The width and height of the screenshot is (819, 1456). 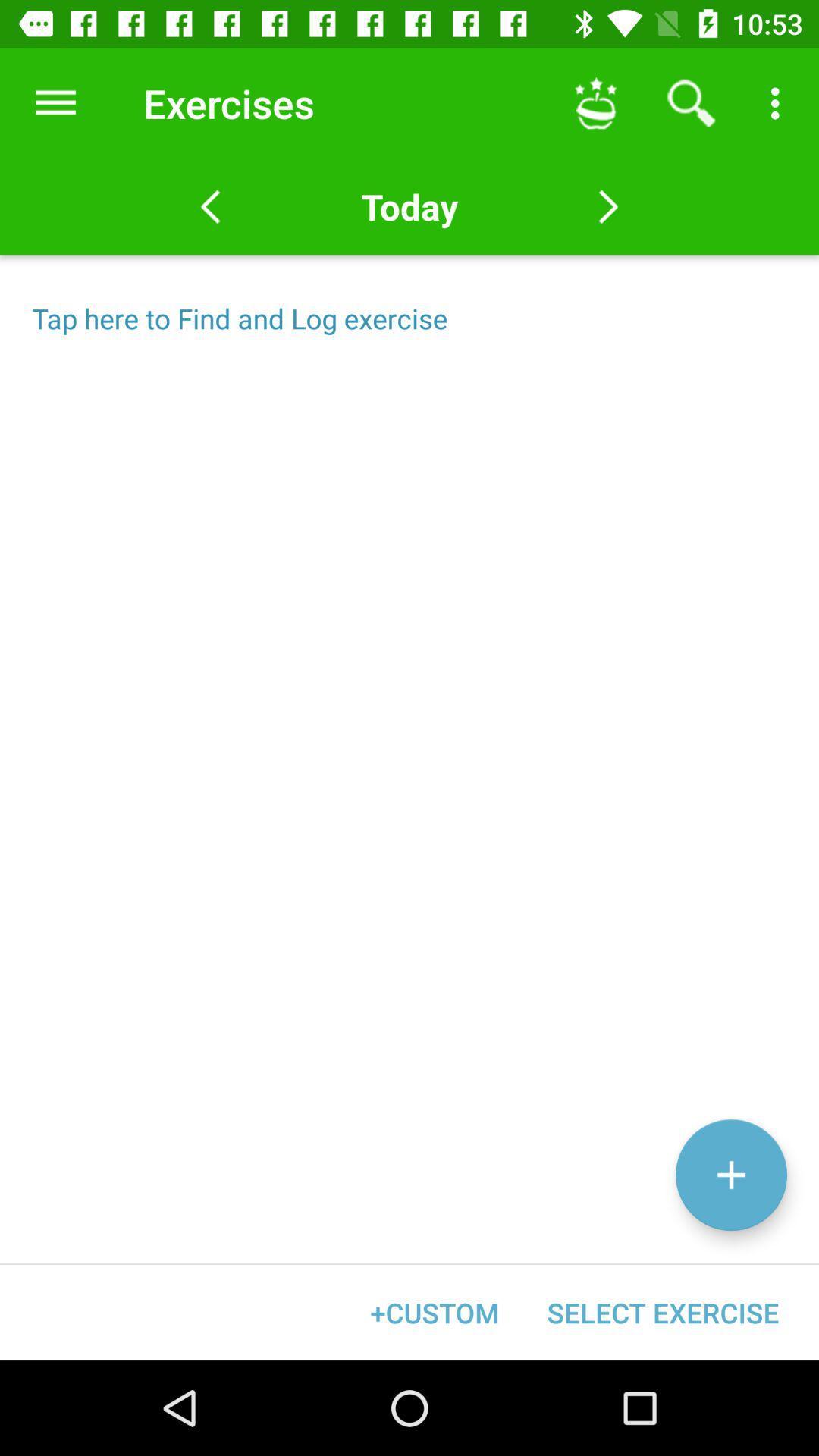 I want to click on the arrow_forward icon, so click(x=607, y=206).